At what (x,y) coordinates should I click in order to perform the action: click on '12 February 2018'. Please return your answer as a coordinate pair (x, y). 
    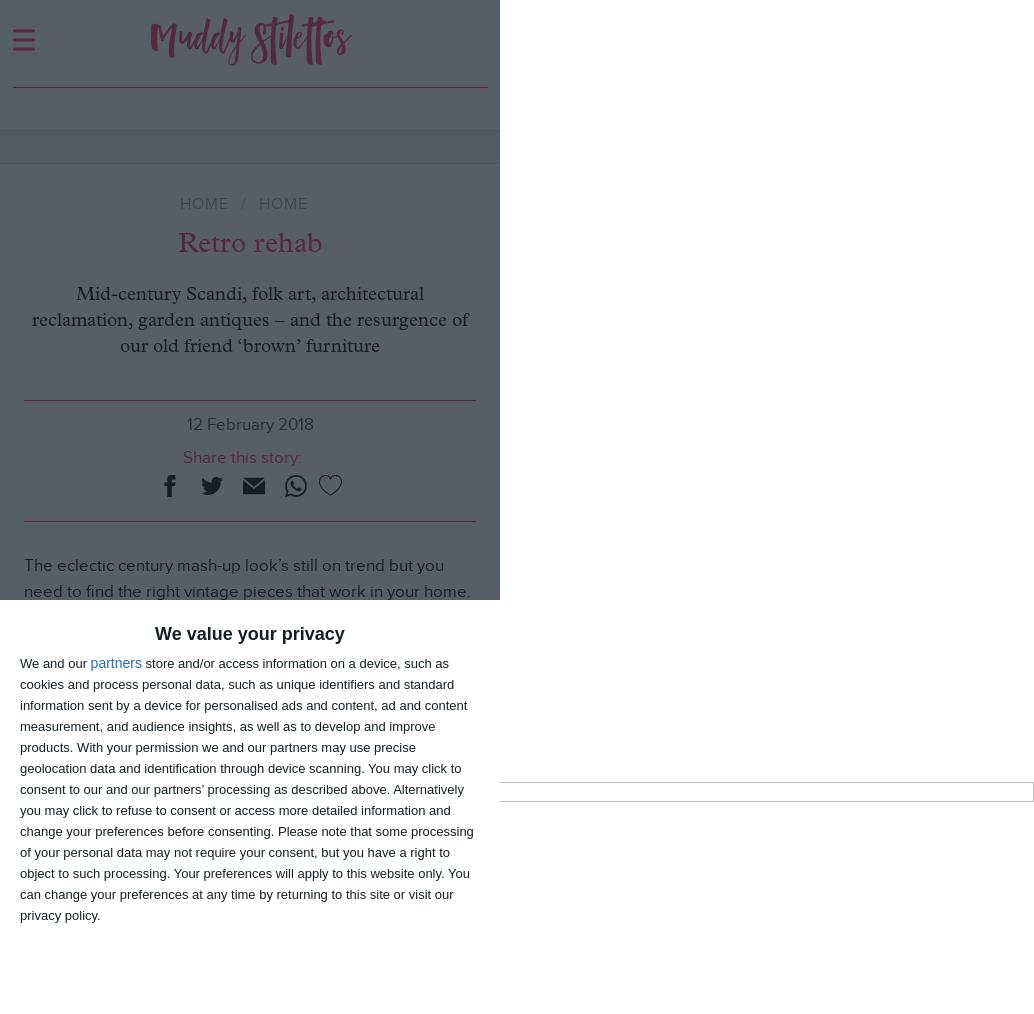
    Looking at the image, I should click on (249, 424).